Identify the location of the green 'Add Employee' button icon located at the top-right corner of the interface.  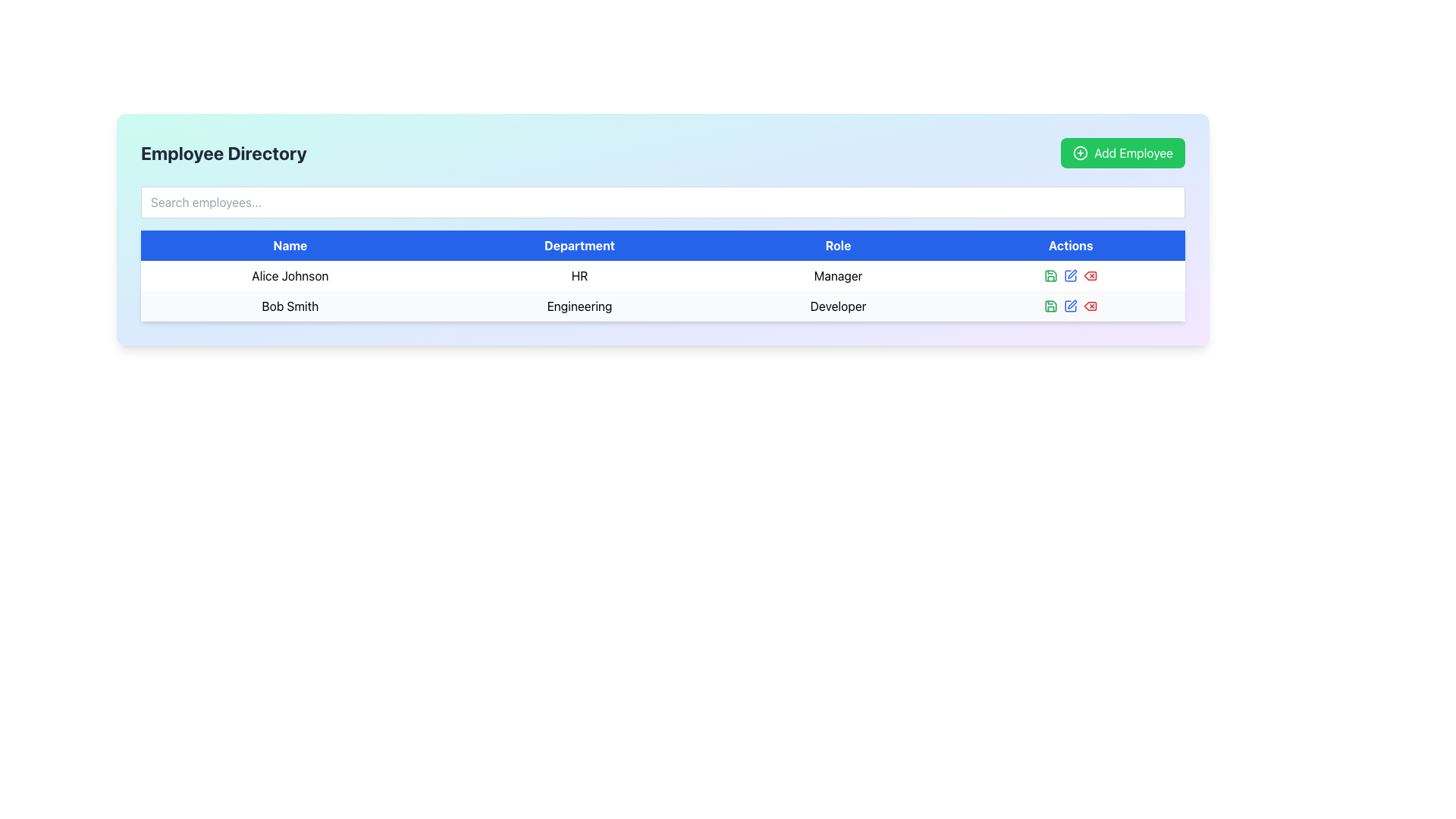
(1080, 152).